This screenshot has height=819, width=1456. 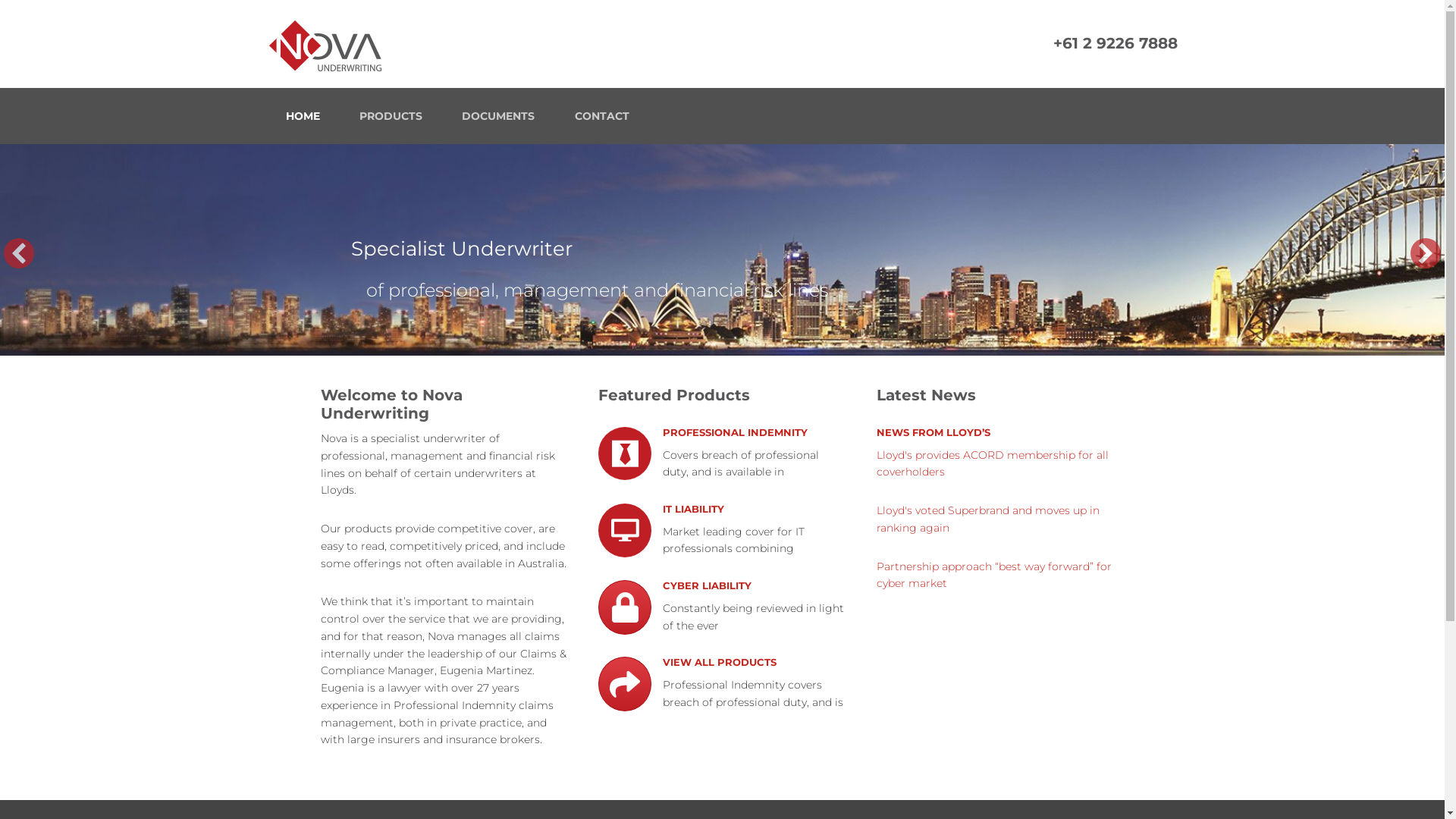 I want to click on 'Skip to primary navigation', so click(x=0, y=0).